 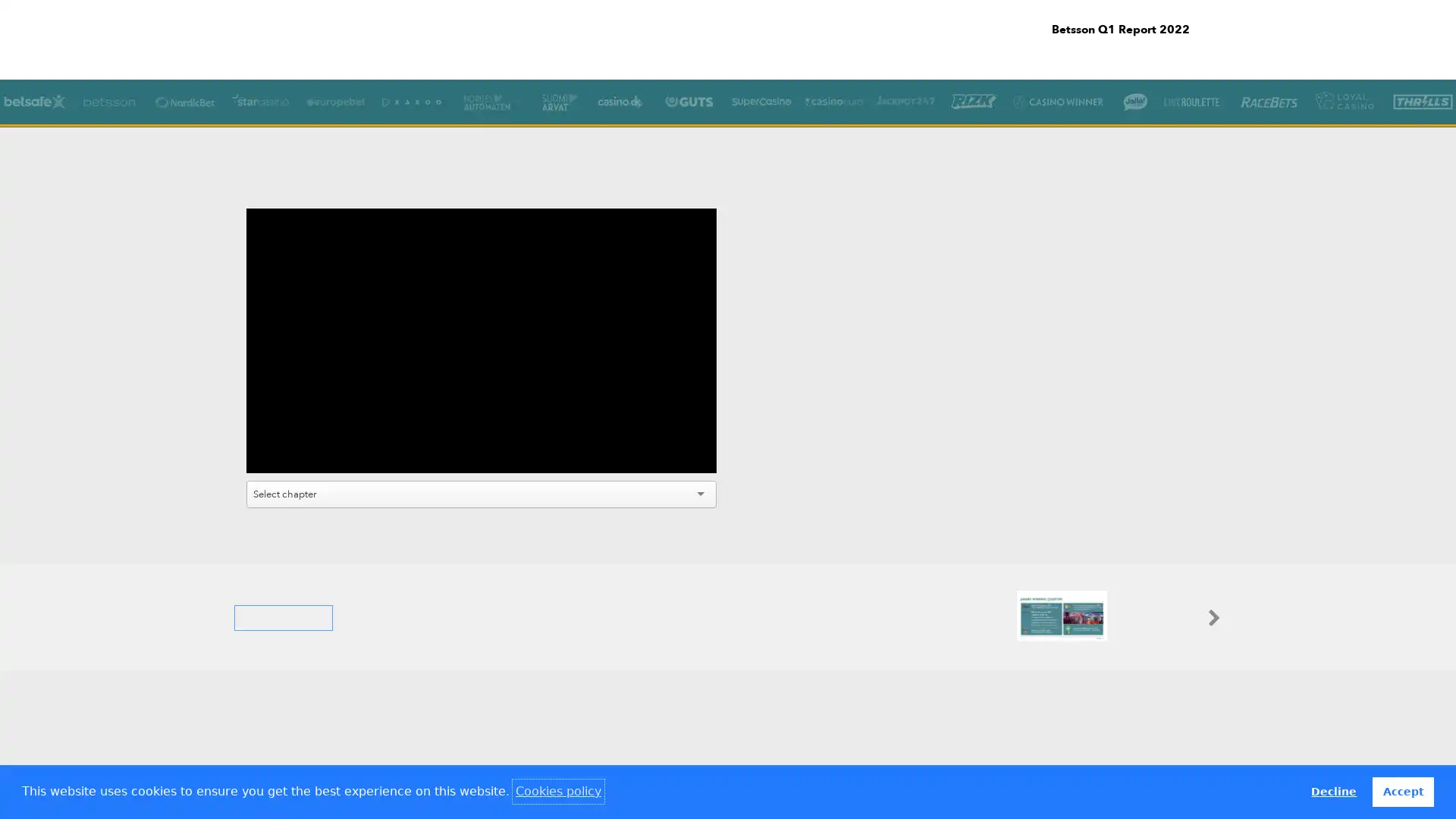 I want to click on learn more about cookies, so click(x=557, y=791).